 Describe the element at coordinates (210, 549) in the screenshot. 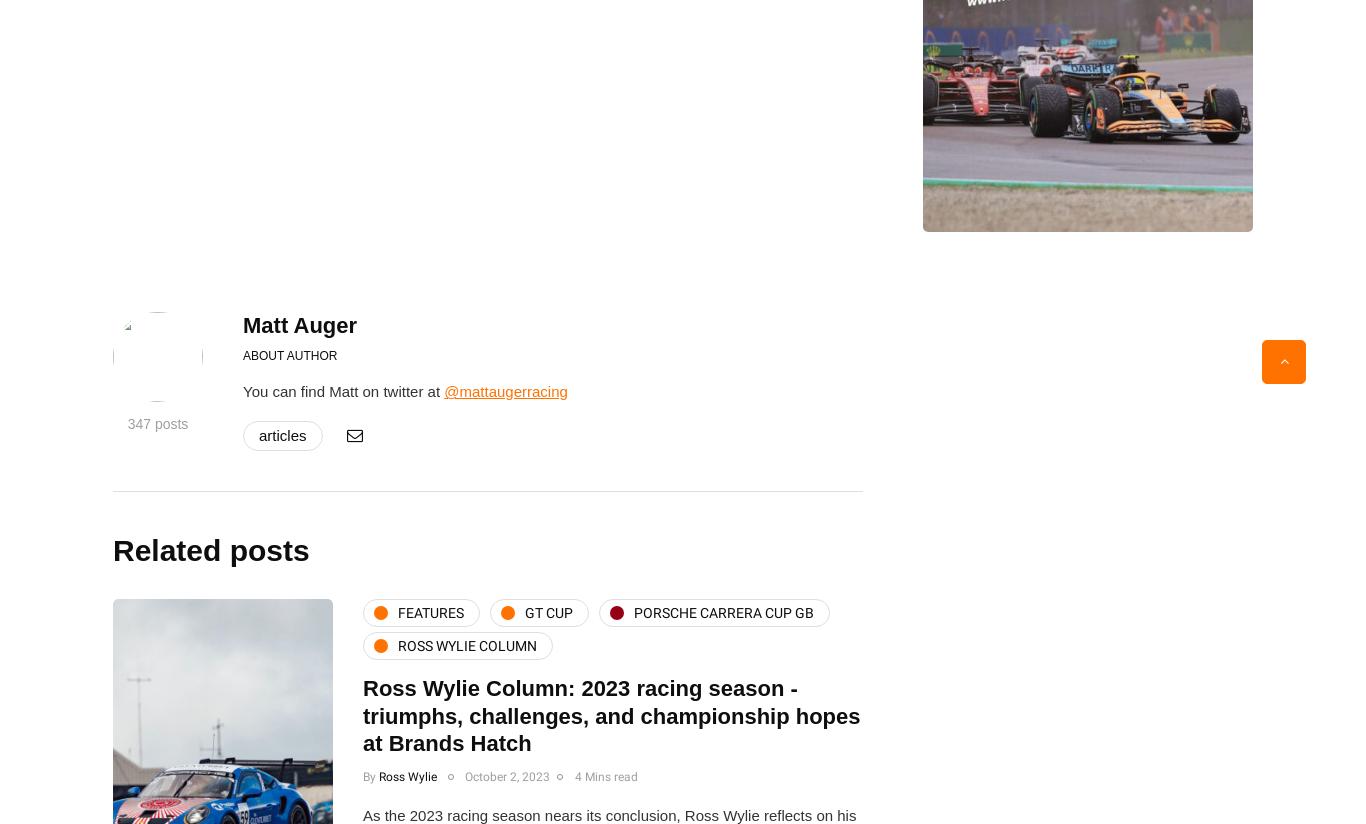

I see `'Related posts'` at that location.